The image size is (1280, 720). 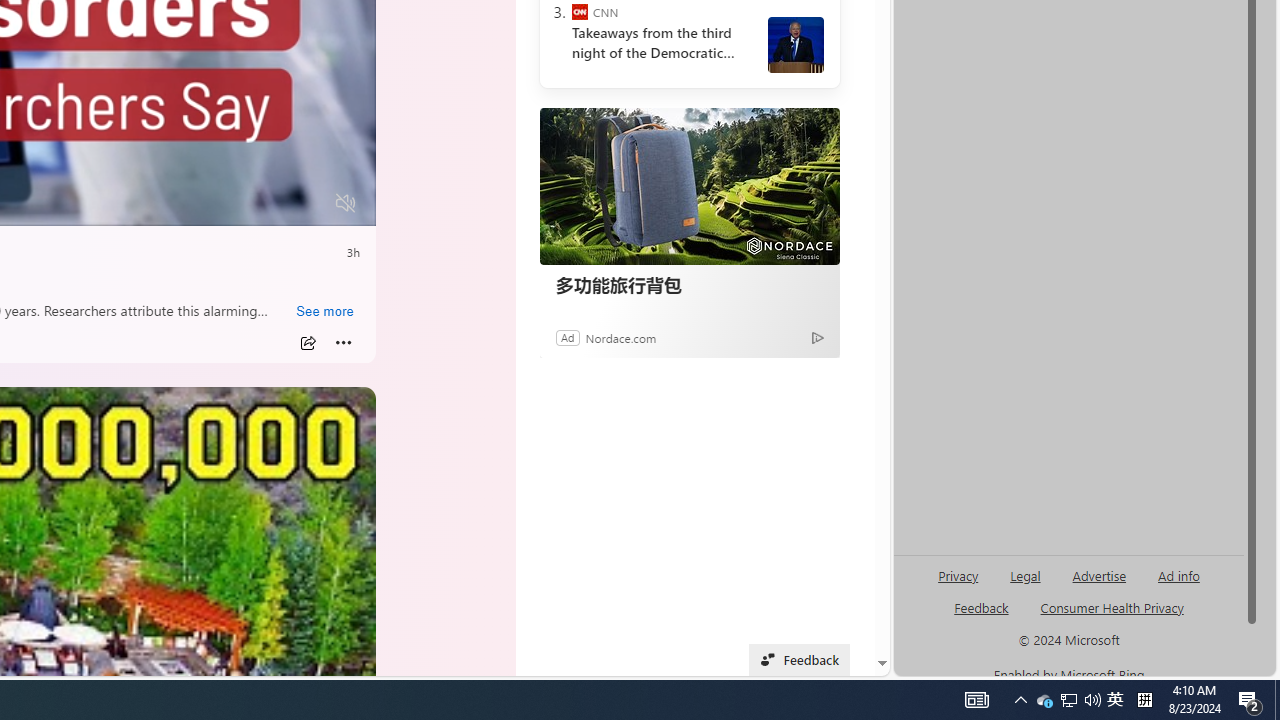 What do you see at coordinates (306, 342) in the screenshot?
I see `'Share'` at bounding box center [306, 342].